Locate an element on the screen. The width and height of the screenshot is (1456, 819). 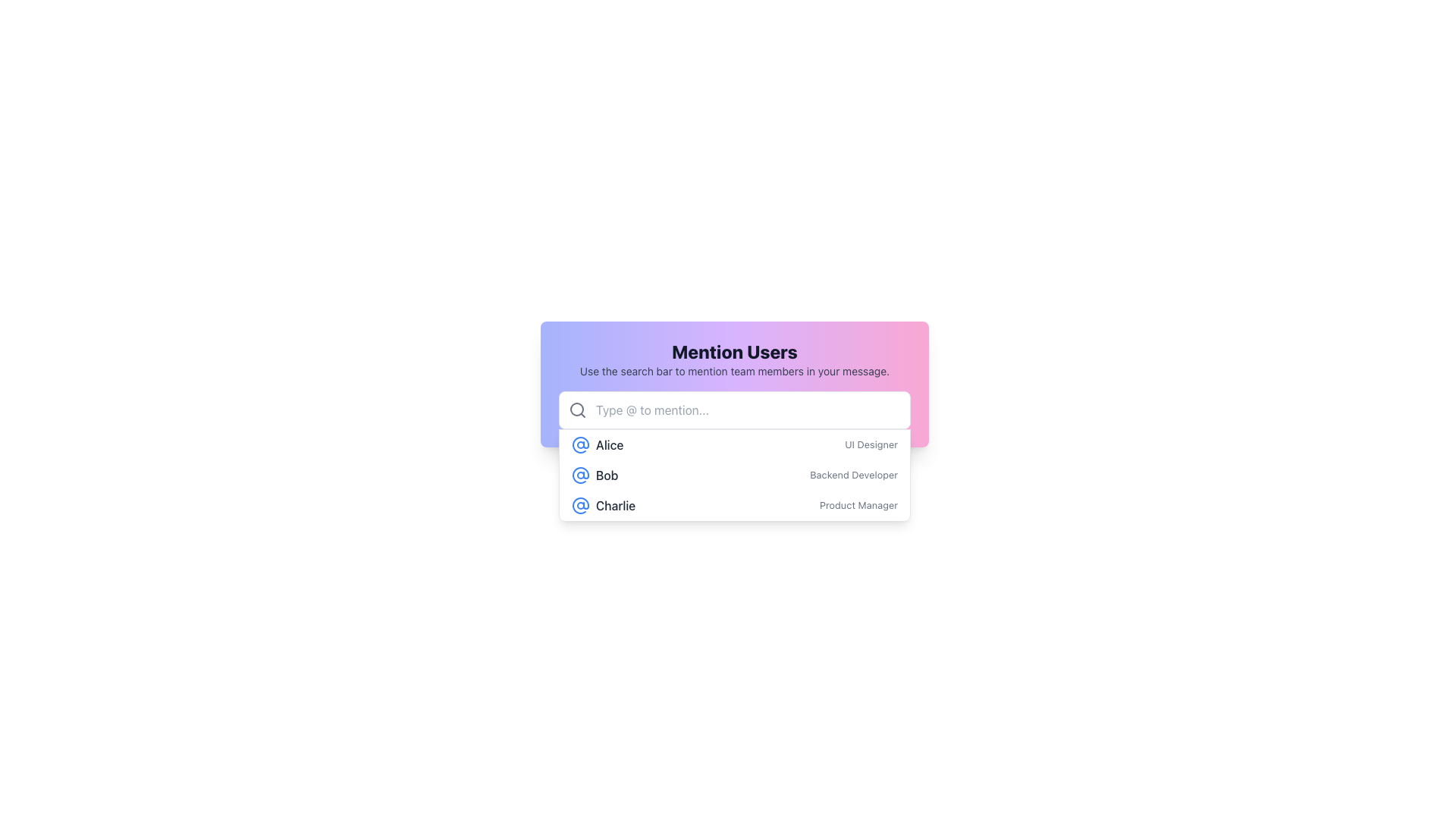
the Instructional Text element that states 'Use the search bar to mention team members in your message.', located below the 'Mention Users' header is located at coordinates (735, 371).